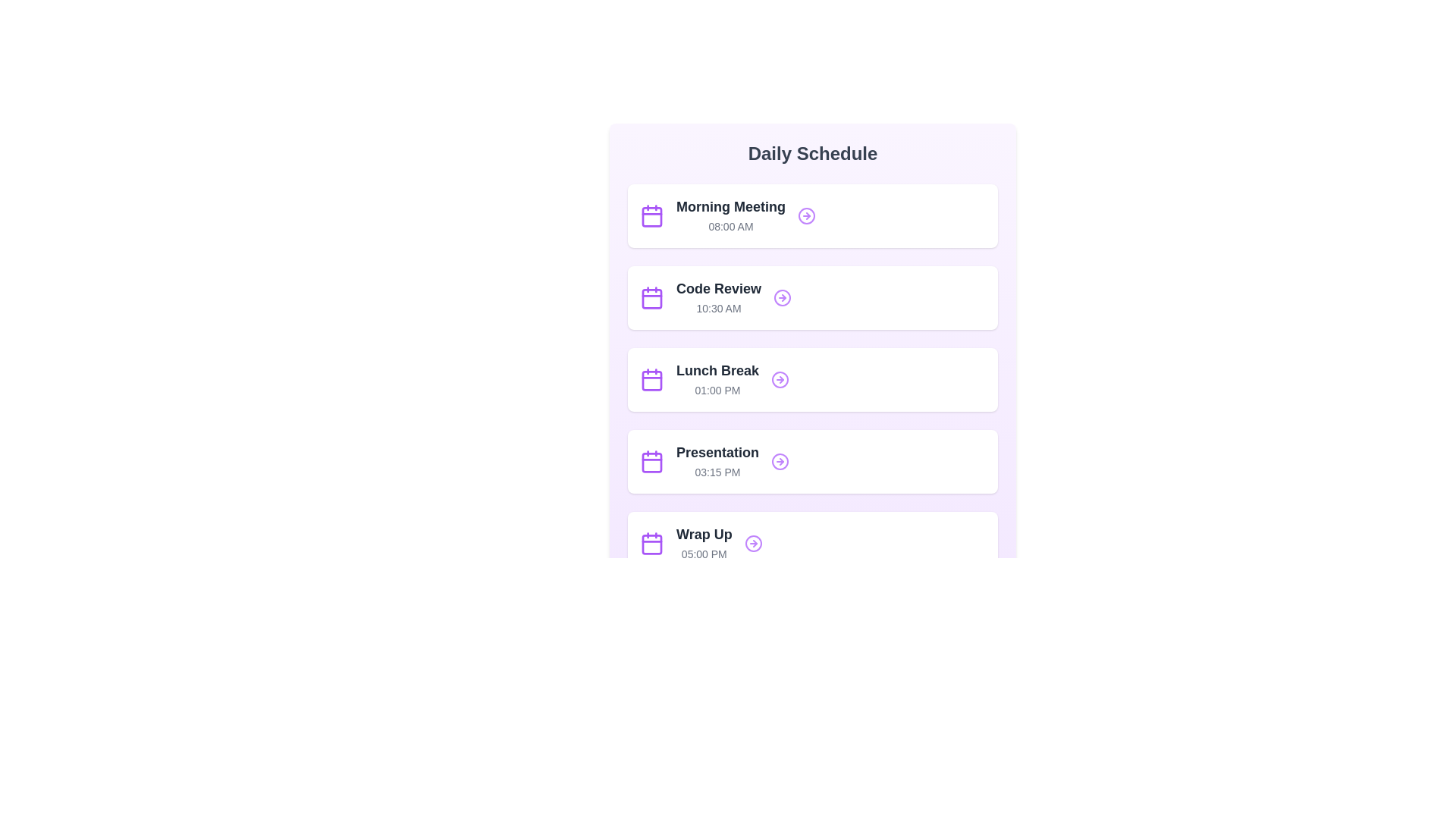 The height and width of the screenshot is (819, 1456). What do you see at coordinates (783, 298) in the screenshot?
I see `the circular icon button with a purple outline and a right-pointing arrow adjacent to the 'Code Review' section` at bounding box center [783, 298].